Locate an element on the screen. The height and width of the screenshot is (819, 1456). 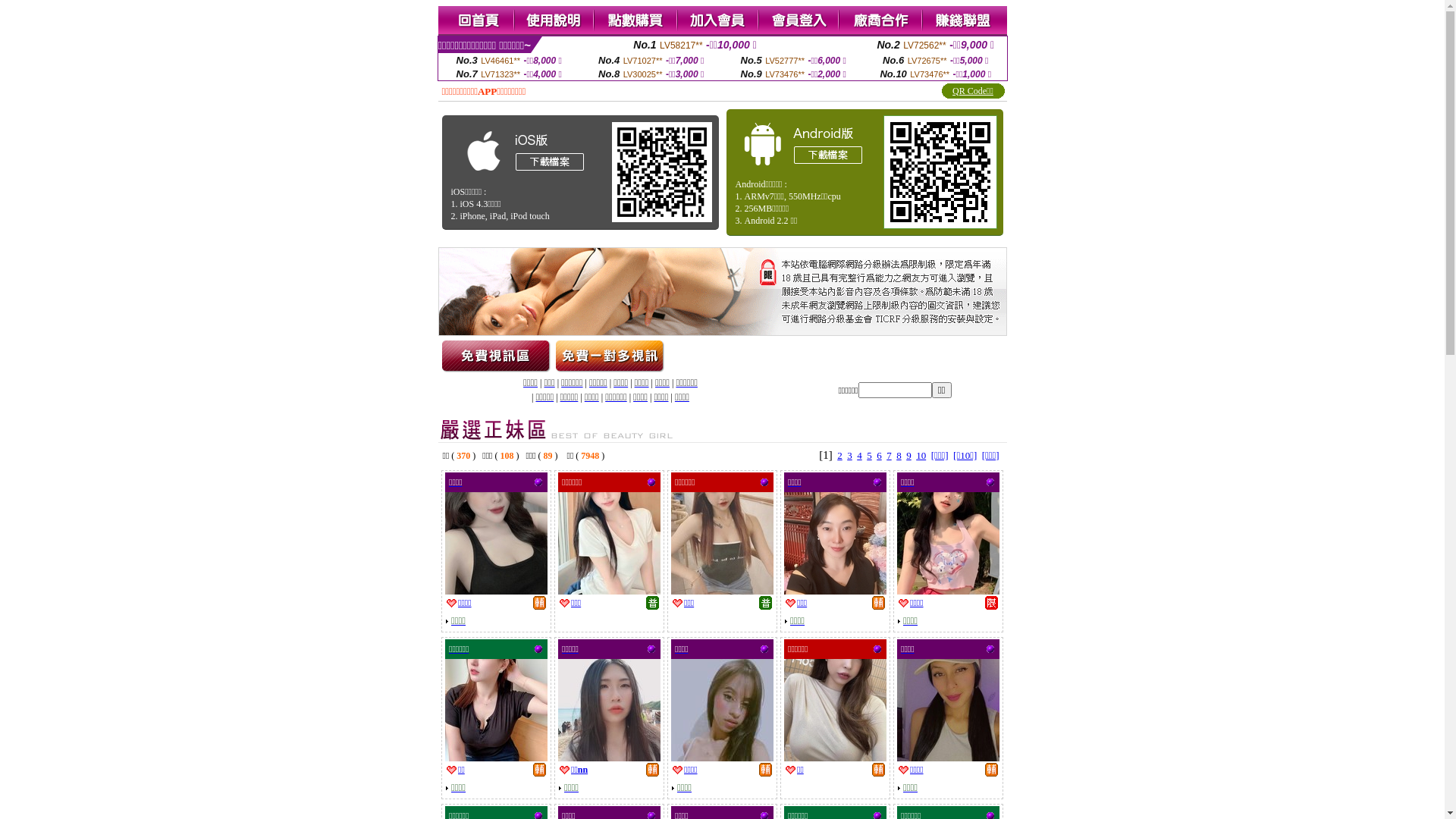
'8' is located at coordinates (899, 454).